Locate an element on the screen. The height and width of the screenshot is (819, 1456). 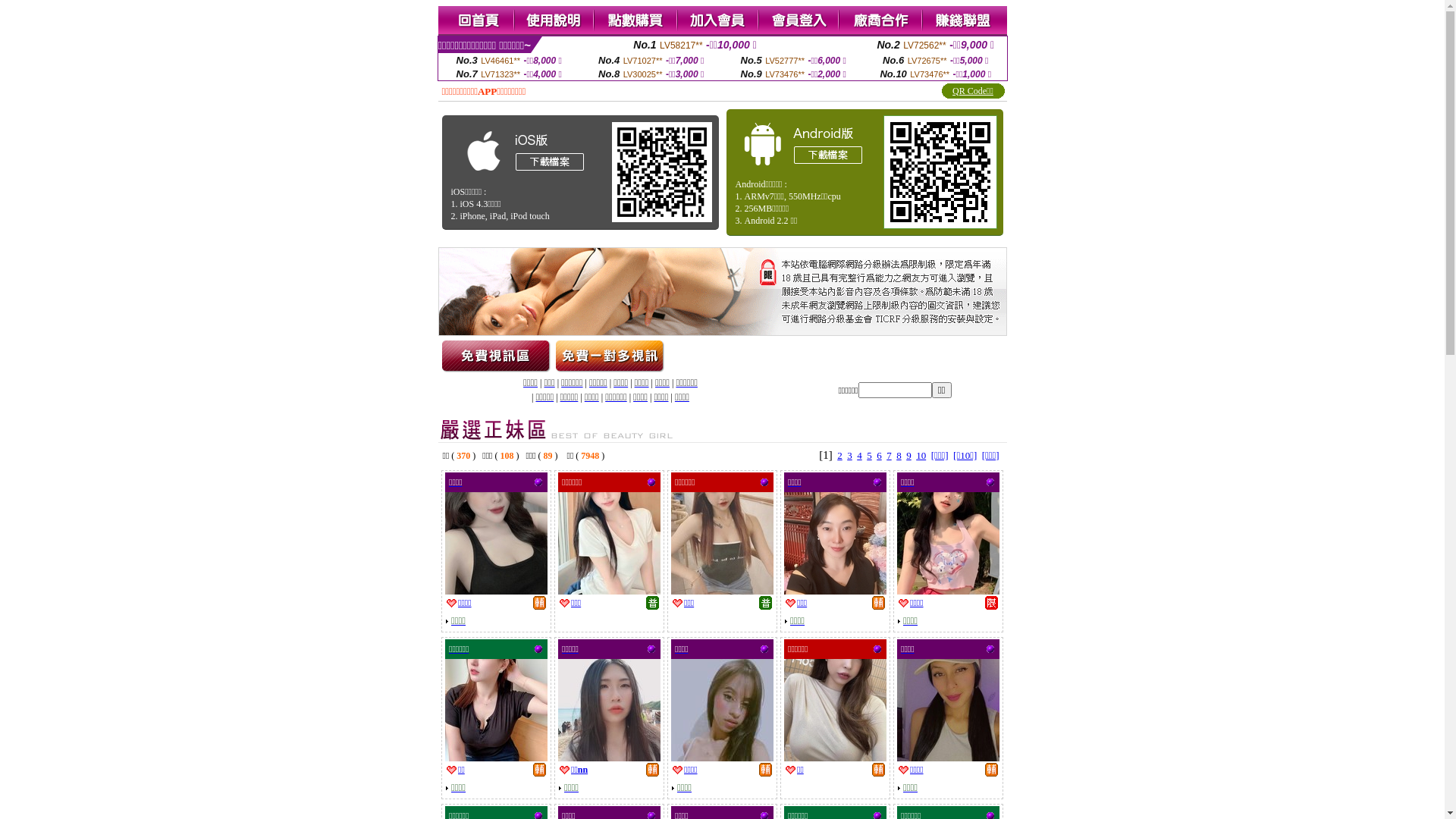
'8' is located at coordinates (899, 454).